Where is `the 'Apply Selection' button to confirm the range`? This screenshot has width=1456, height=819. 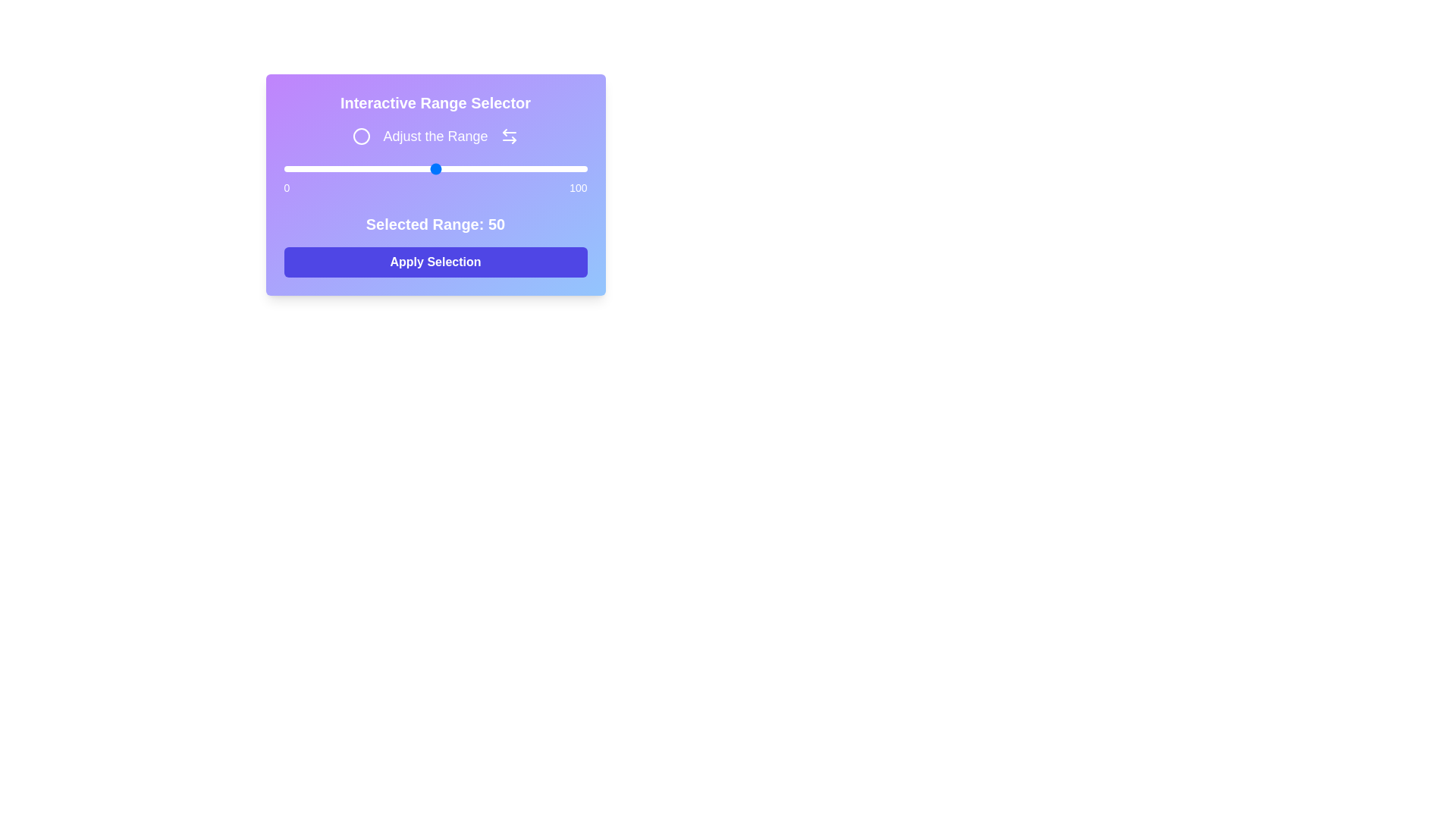
the 'Apply Selection' button to confirm the range is located at coordinates (435, 262).